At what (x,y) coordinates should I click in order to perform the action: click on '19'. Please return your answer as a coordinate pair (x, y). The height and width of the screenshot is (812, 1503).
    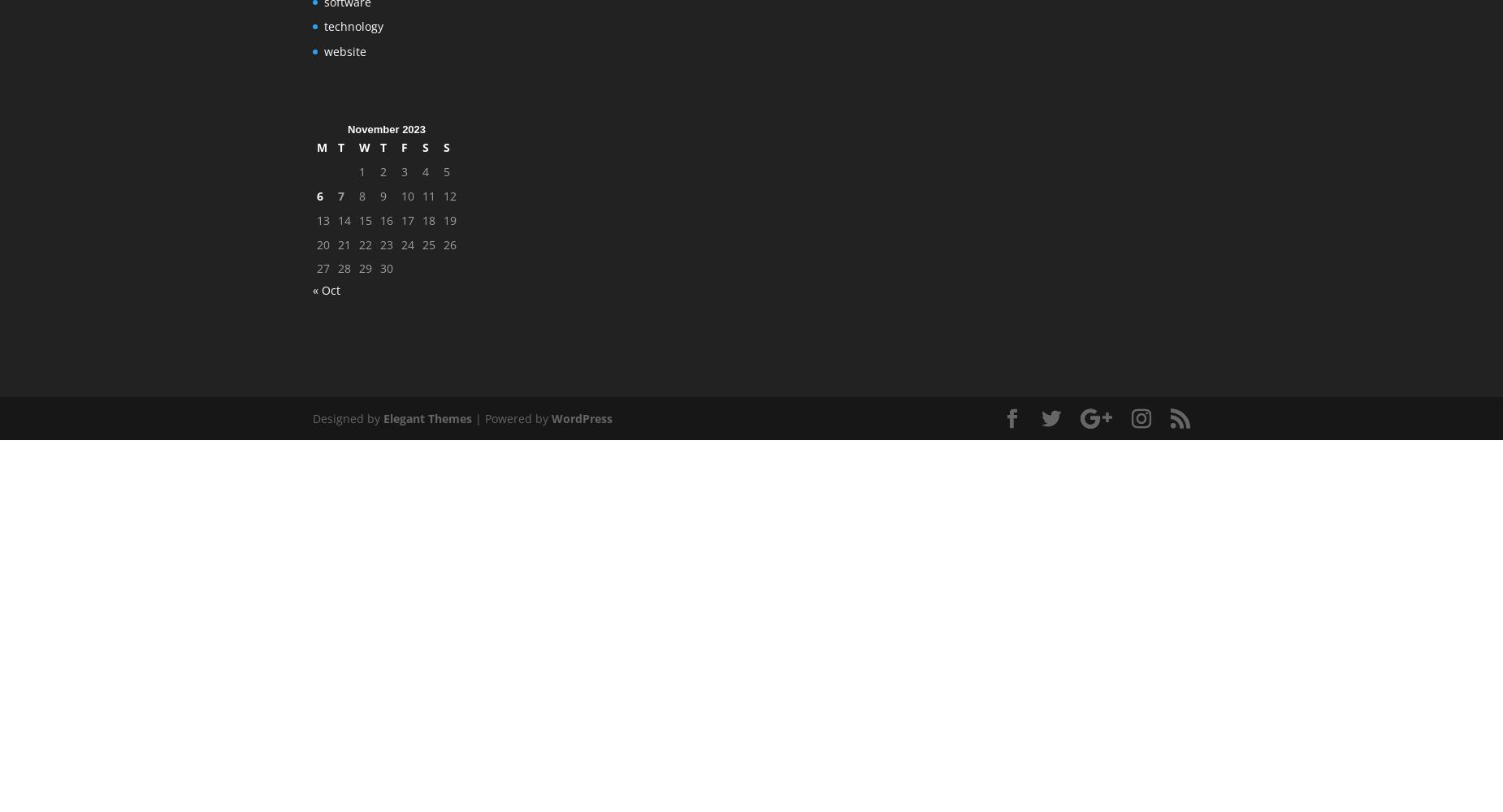
    Looking at the image, I should click on (443, 219).